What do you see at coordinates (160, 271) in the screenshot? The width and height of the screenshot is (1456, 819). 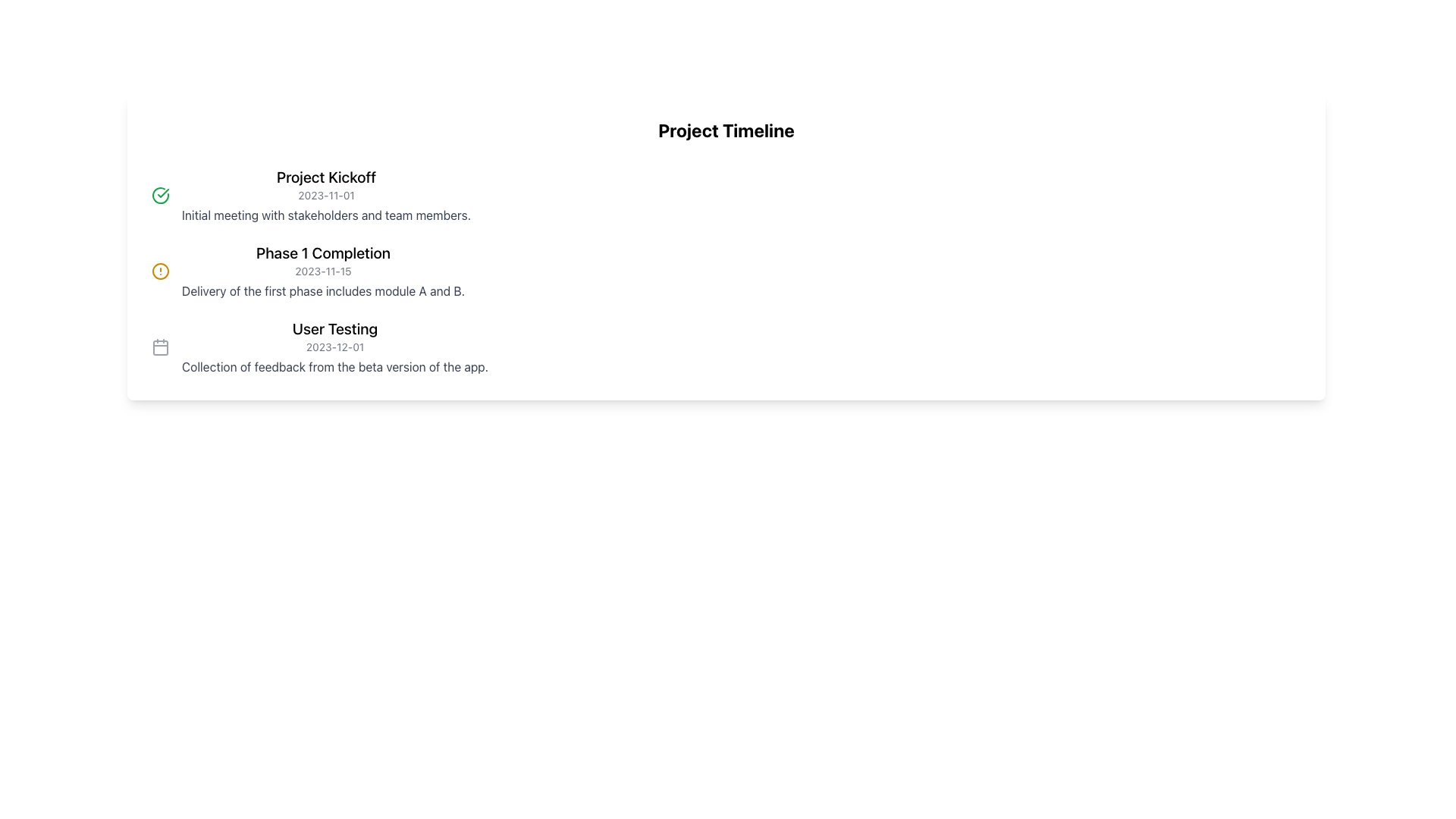 I see `decorative icon located to the left of the text 'Phase 1 Completion' in the second item of the vertical timeline for accessibility purposes` at bounding box center [160, 271].